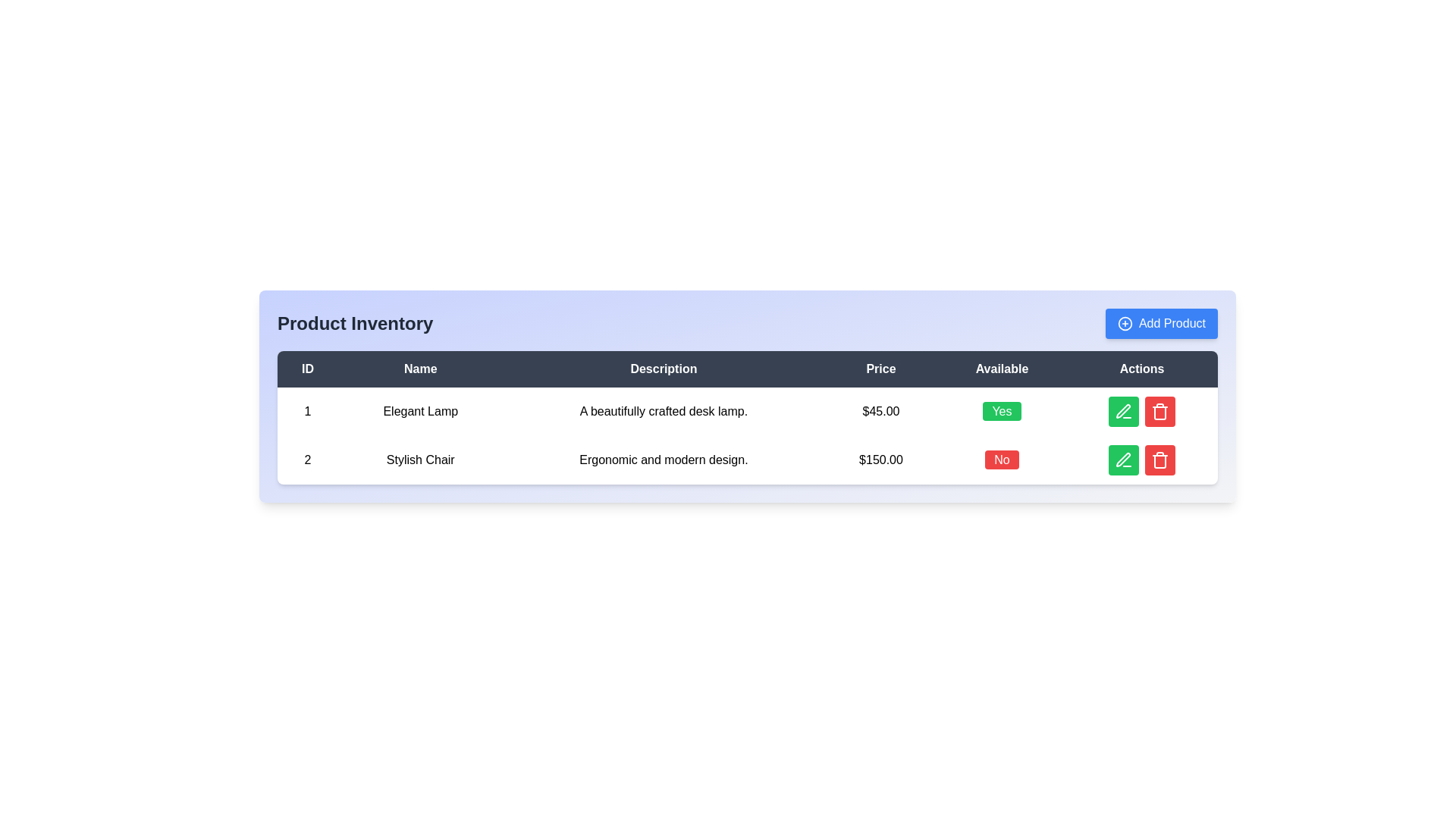 The height and width of the screenshot is (819, 1456). Describe the element at coordinates (1002, 369) in the screenshot. I see `the 'Available' text label in the header row of the table, which is the fifth column from the left, displaying white text on a dark blue background` at that location.